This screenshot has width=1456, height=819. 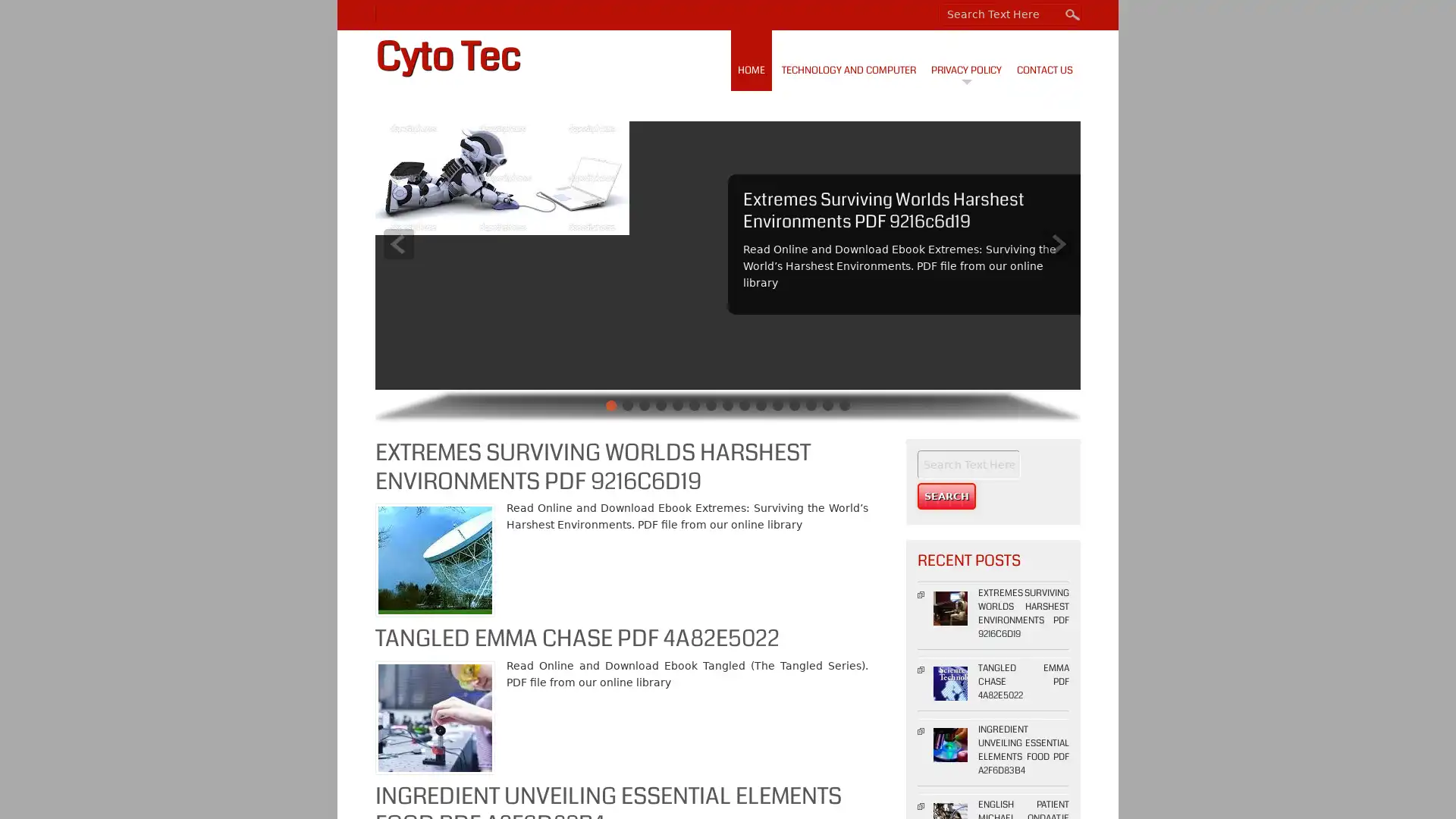 I want to click on Search, so click(x=946, y=496).